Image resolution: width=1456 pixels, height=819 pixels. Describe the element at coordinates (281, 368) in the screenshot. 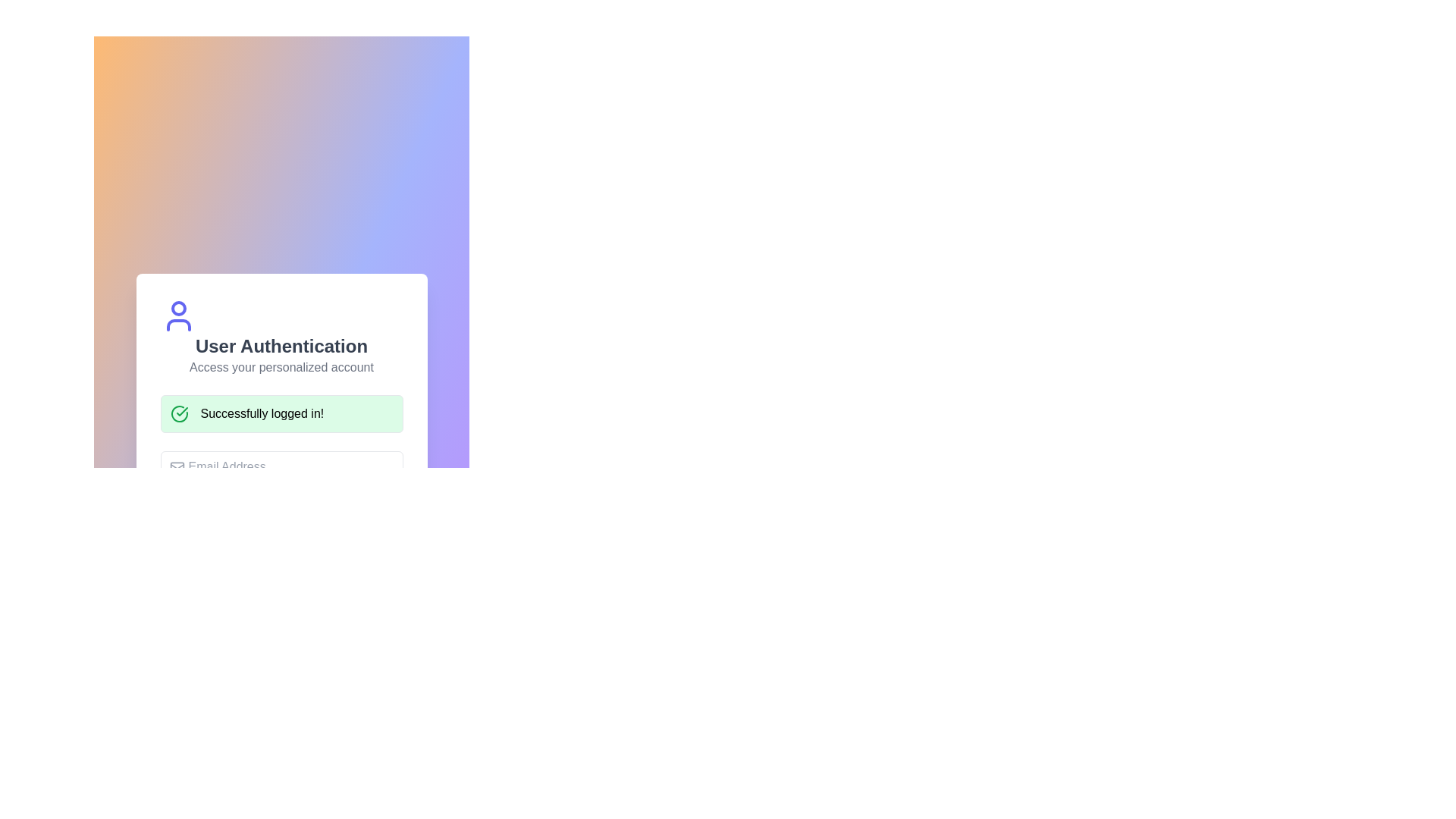

I see `the descriptive subheading text located directly below the 'User Authentication' heading, providing context about accessing the user's account` at that location.